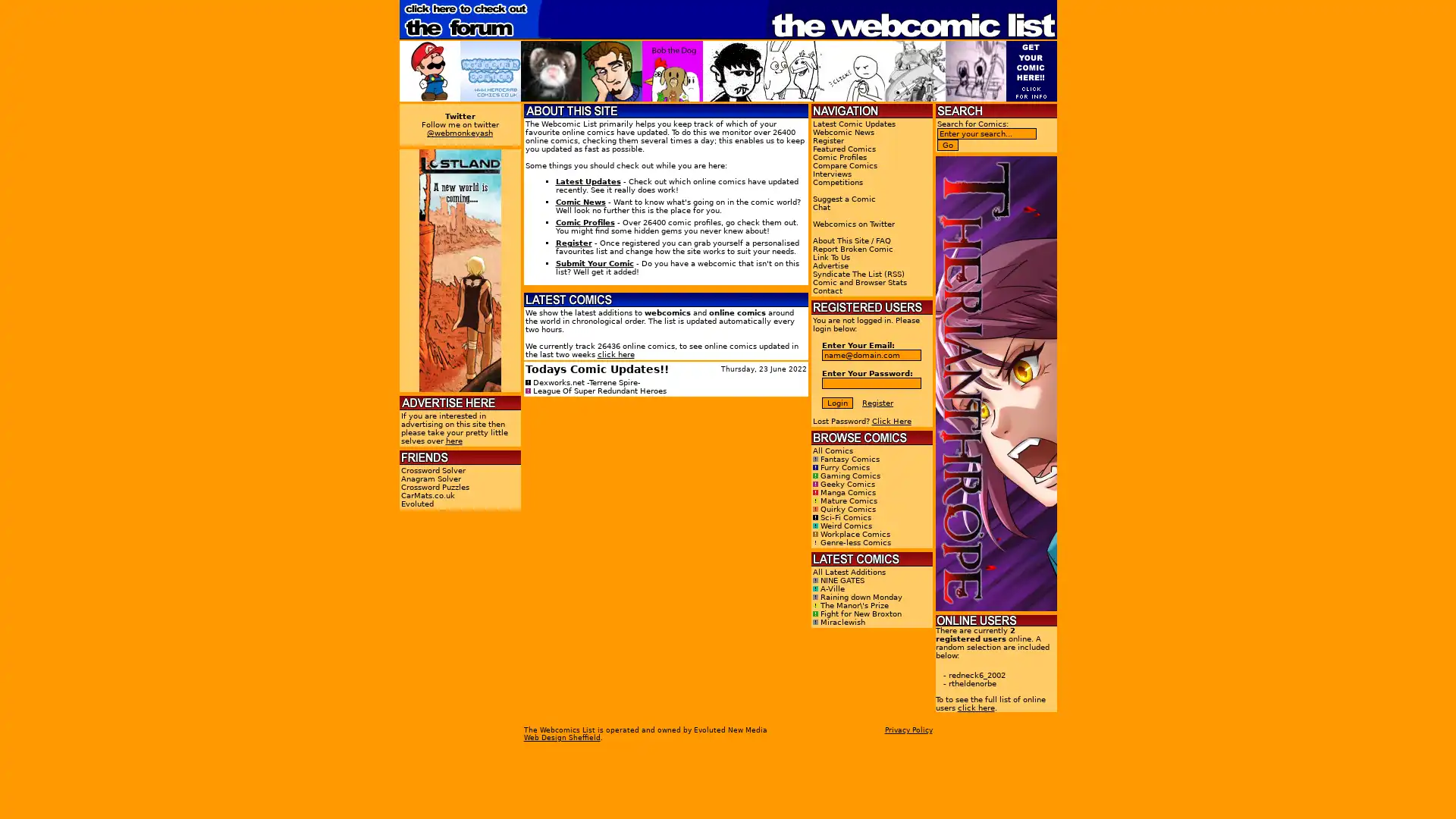  Describe the element at coordinates (946, 145) in the screenshot. I see `Go` at that location.